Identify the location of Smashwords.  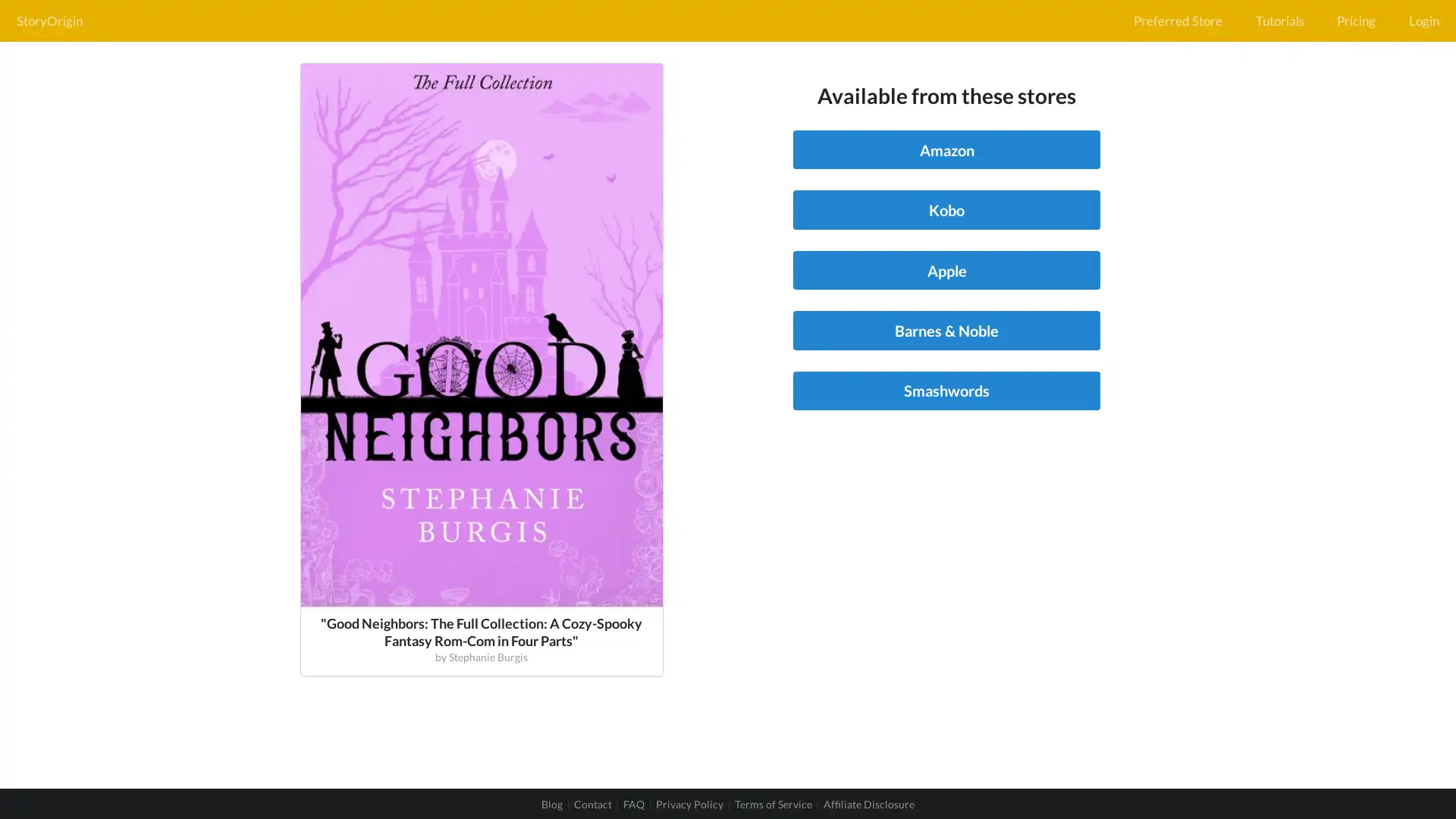
(946, 390).